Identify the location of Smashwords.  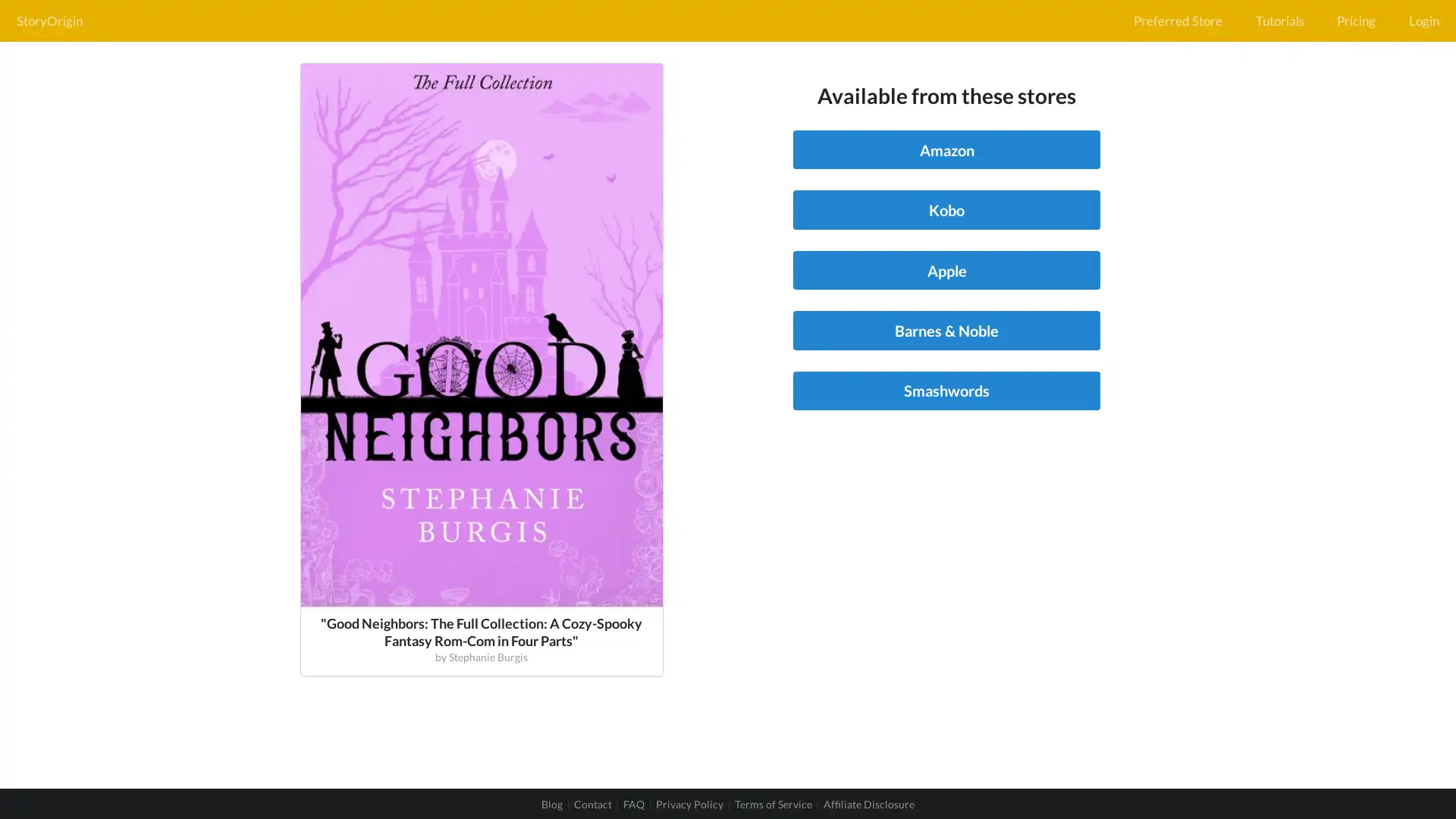
(946, 390).